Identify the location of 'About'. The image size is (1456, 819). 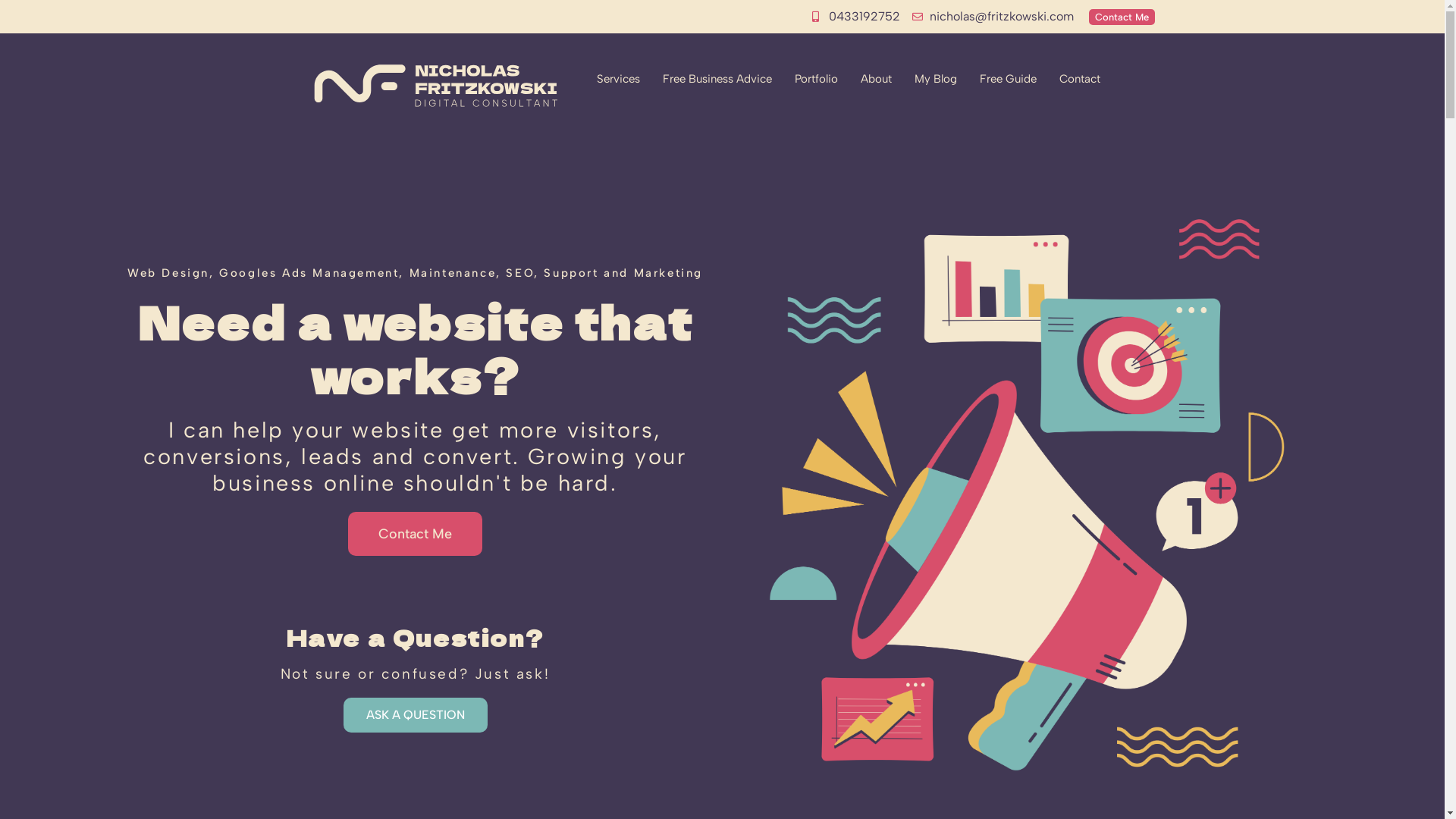
(848, 79).